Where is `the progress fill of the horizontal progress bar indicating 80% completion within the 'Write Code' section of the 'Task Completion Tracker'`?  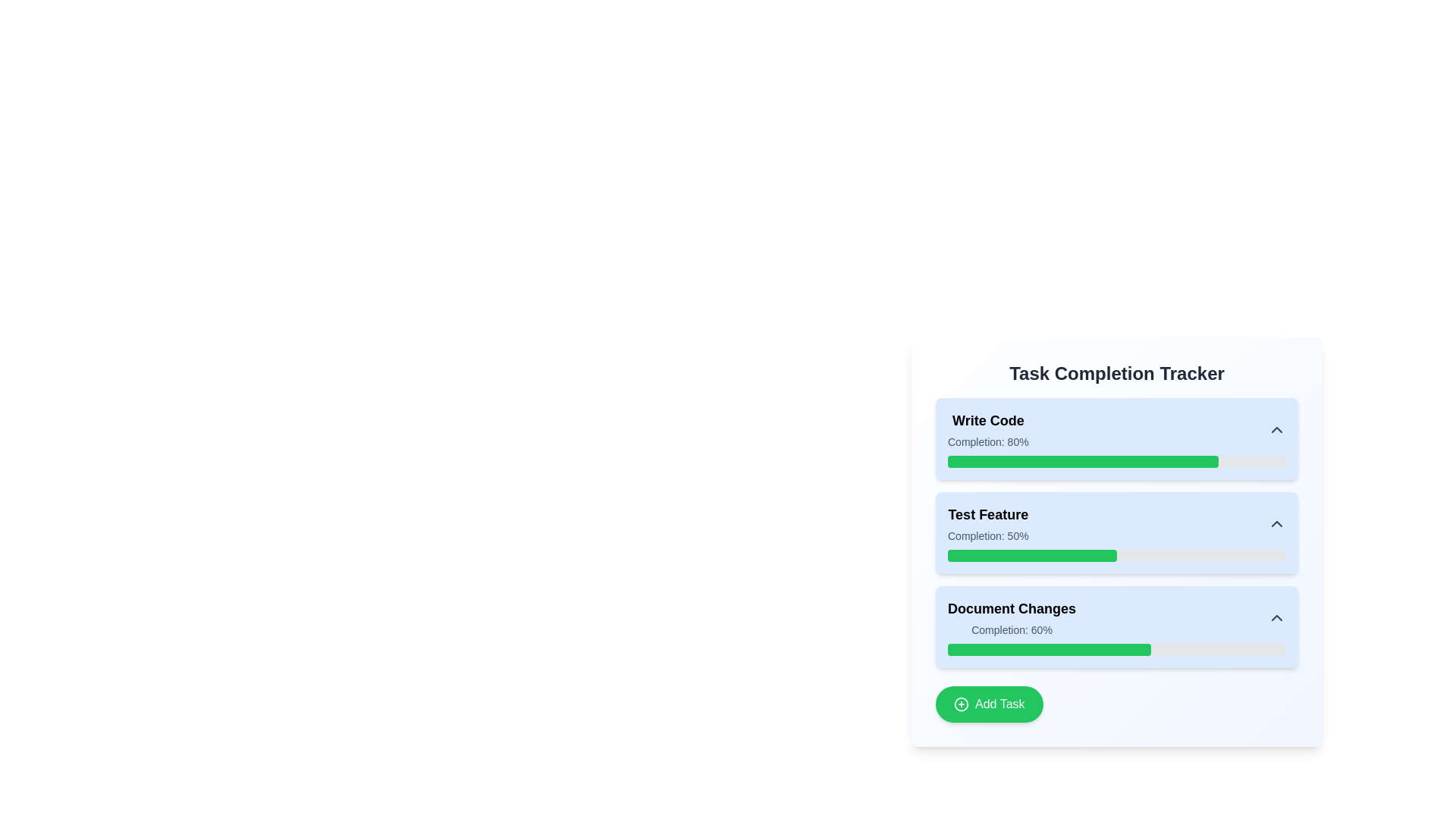
the progress fill of the horizontal progress bar indicating 80% completion within the 'Write Code' section of the 'Task Completion Tracker' is located at coordinates (1117, 461).